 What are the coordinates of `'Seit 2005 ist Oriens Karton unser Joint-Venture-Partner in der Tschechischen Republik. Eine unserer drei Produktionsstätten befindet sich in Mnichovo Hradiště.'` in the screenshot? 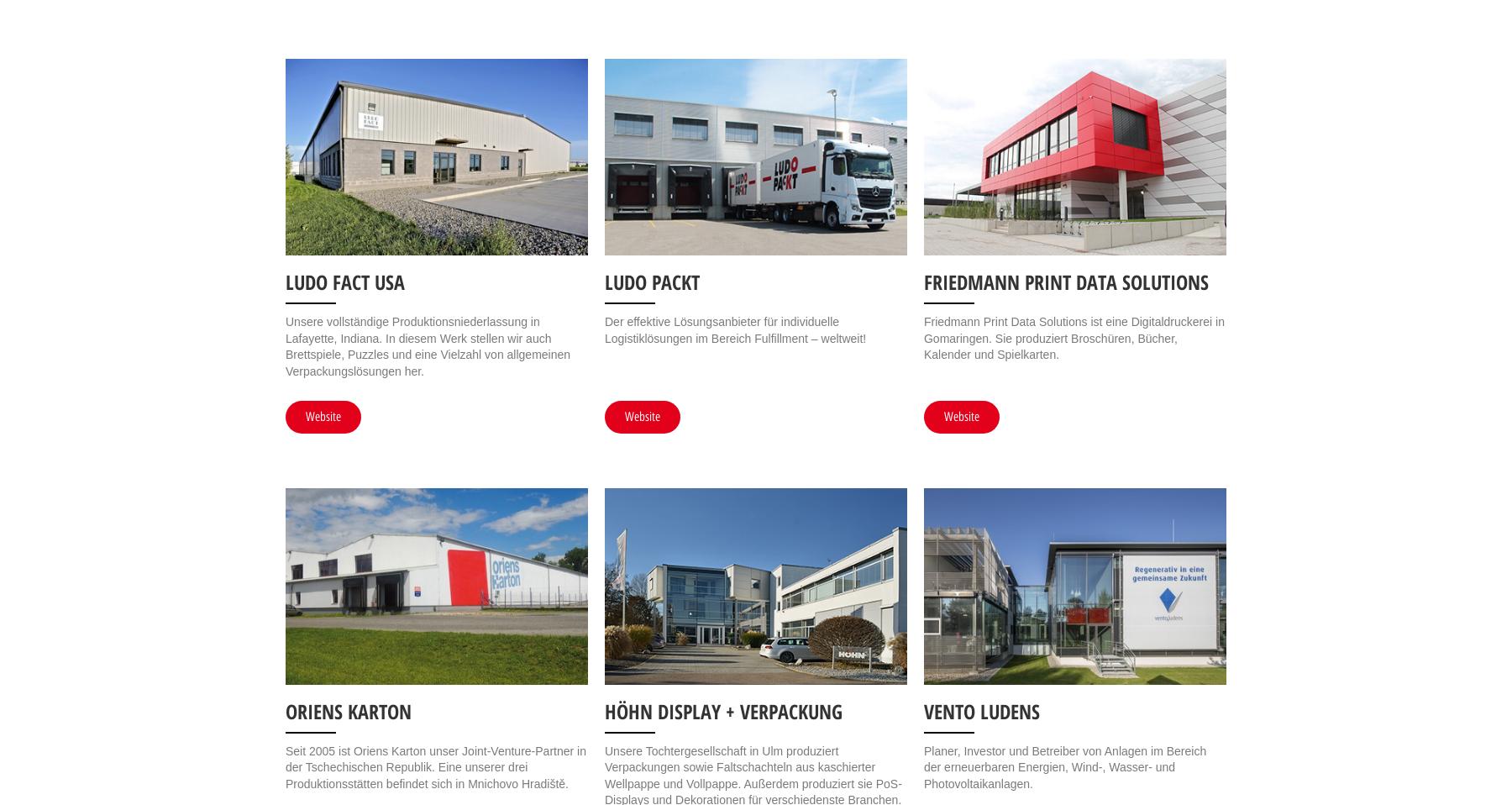 It's located at (434, 766).